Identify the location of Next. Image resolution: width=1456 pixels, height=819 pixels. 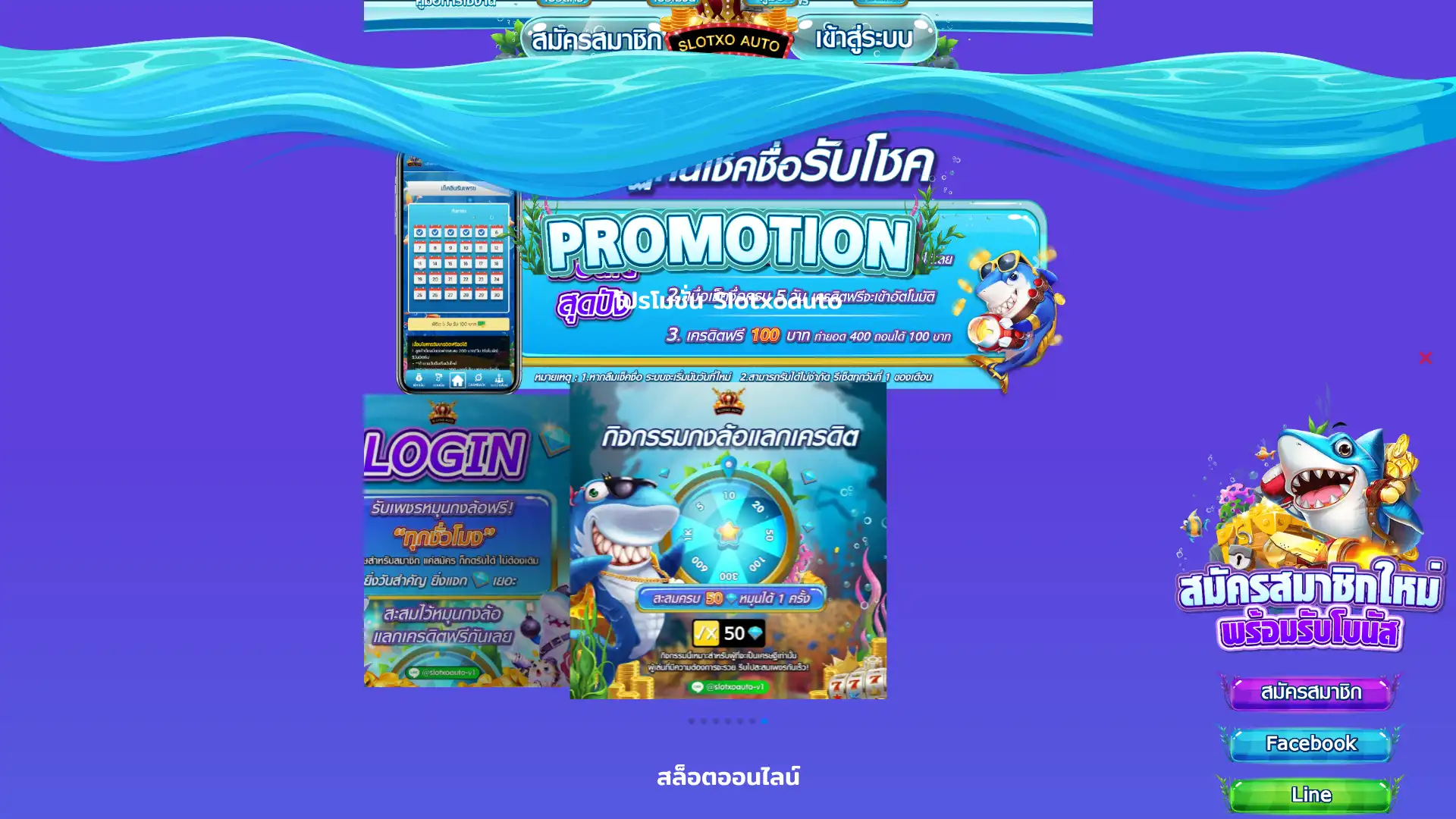
(1037, 262).